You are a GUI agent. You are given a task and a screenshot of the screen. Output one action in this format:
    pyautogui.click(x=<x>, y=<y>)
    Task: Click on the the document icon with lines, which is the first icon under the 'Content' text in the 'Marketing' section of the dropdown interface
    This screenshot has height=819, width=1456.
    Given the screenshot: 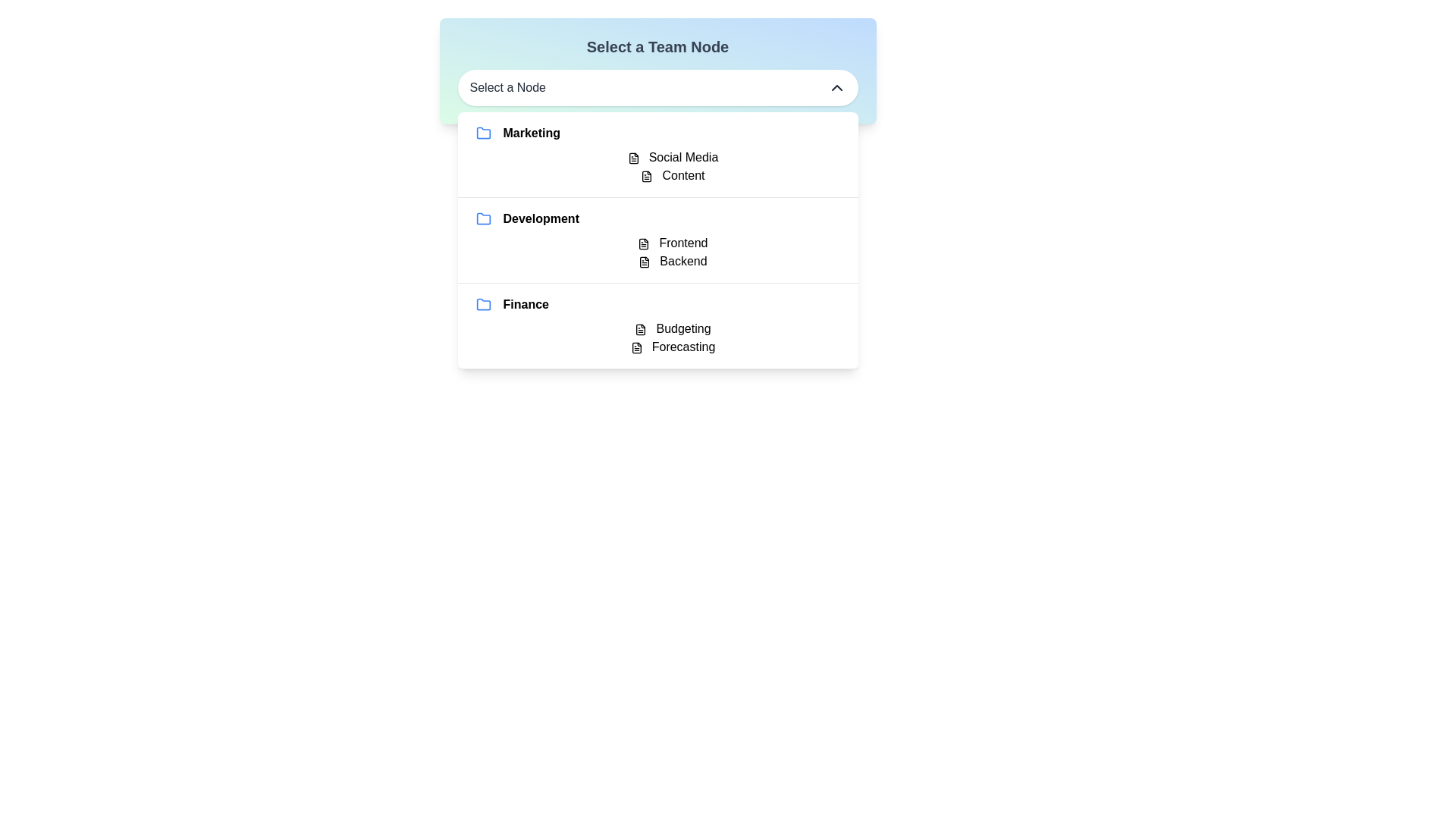 What is the action you would take?
    pyautogui.click(x=647, y=175)
    